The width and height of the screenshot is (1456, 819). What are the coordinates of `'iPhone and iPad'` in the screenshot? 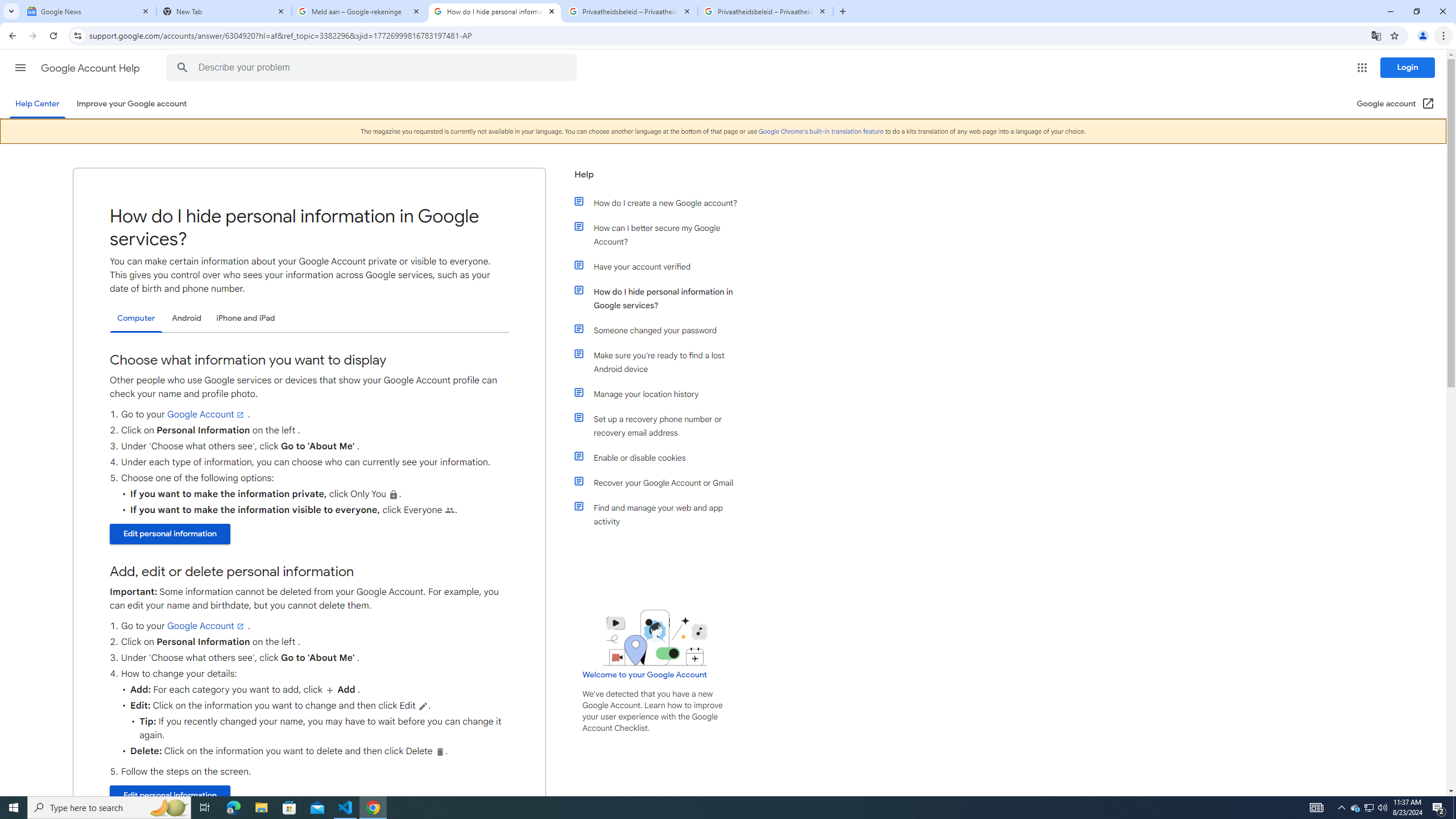 It's located at (245, 318).